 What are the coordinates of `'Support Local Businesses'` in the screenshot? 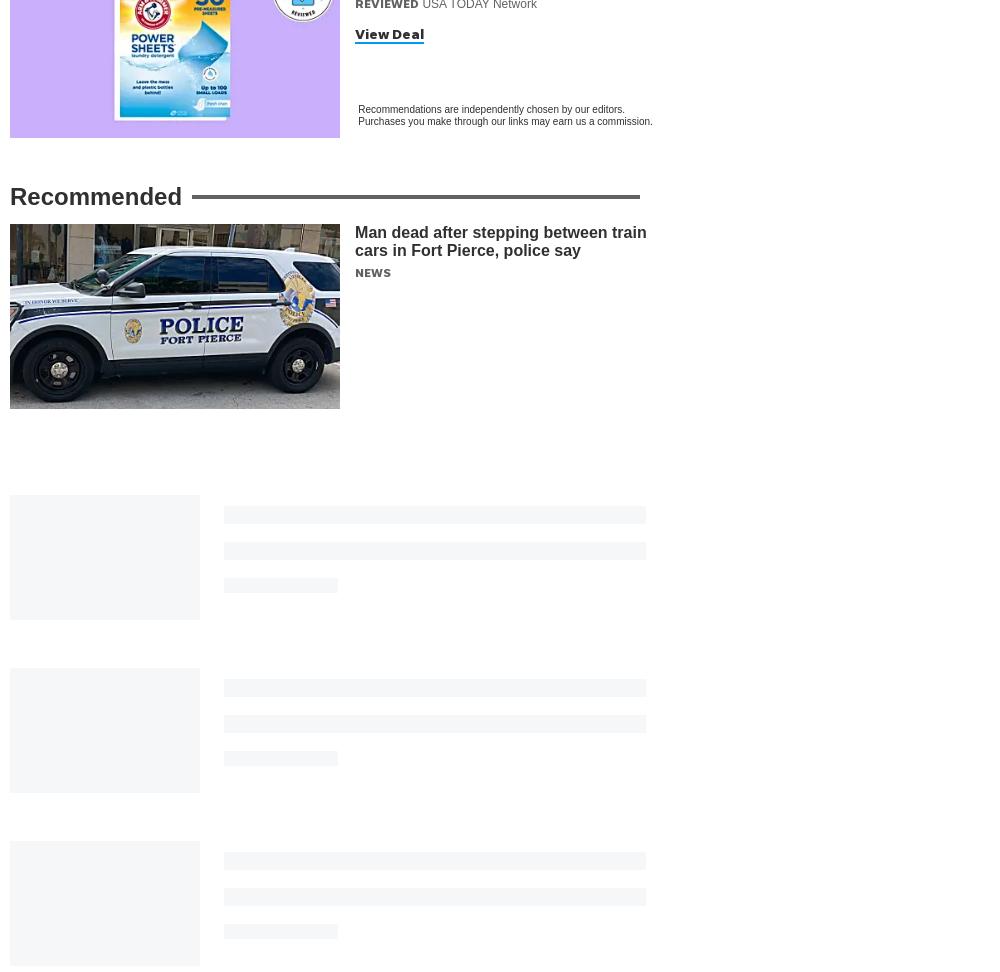 It's located at (310, 820).